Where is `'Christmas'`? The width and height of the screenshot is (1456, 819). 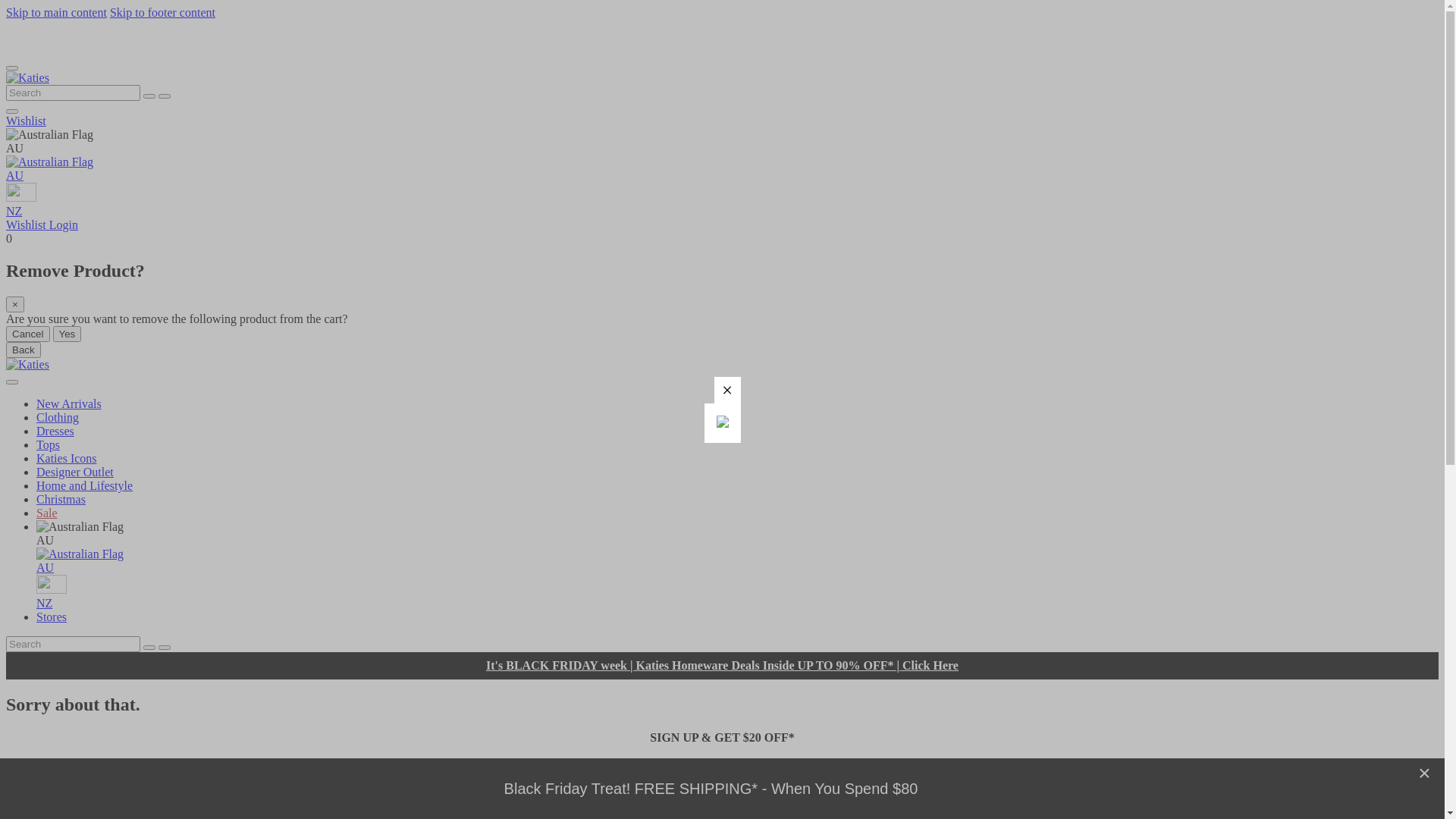 'Christmas' is located at coordinates (36, 499).